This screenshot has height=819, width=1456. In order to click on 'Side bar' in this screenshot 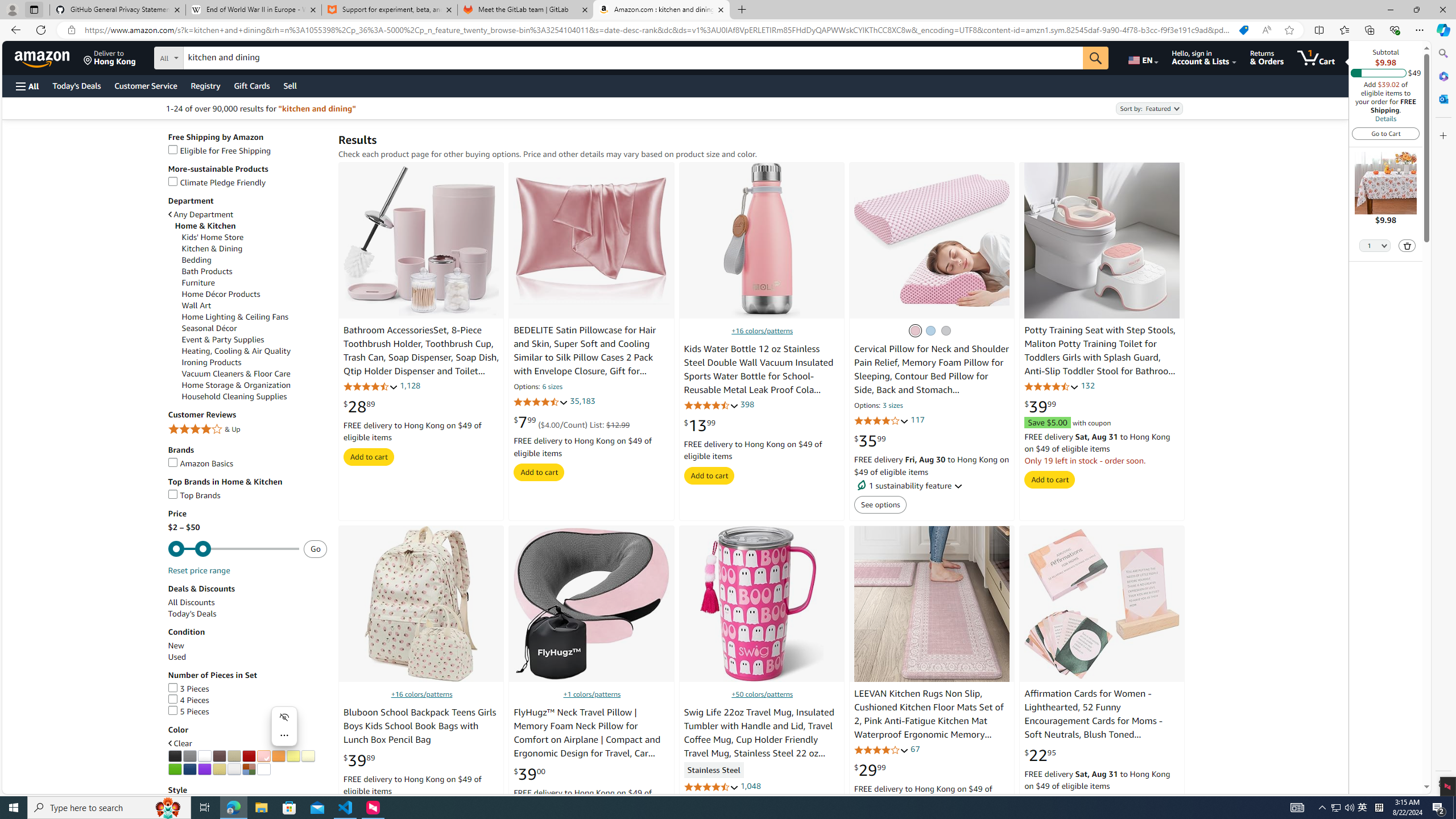, I will do `click(1443, 418)`.